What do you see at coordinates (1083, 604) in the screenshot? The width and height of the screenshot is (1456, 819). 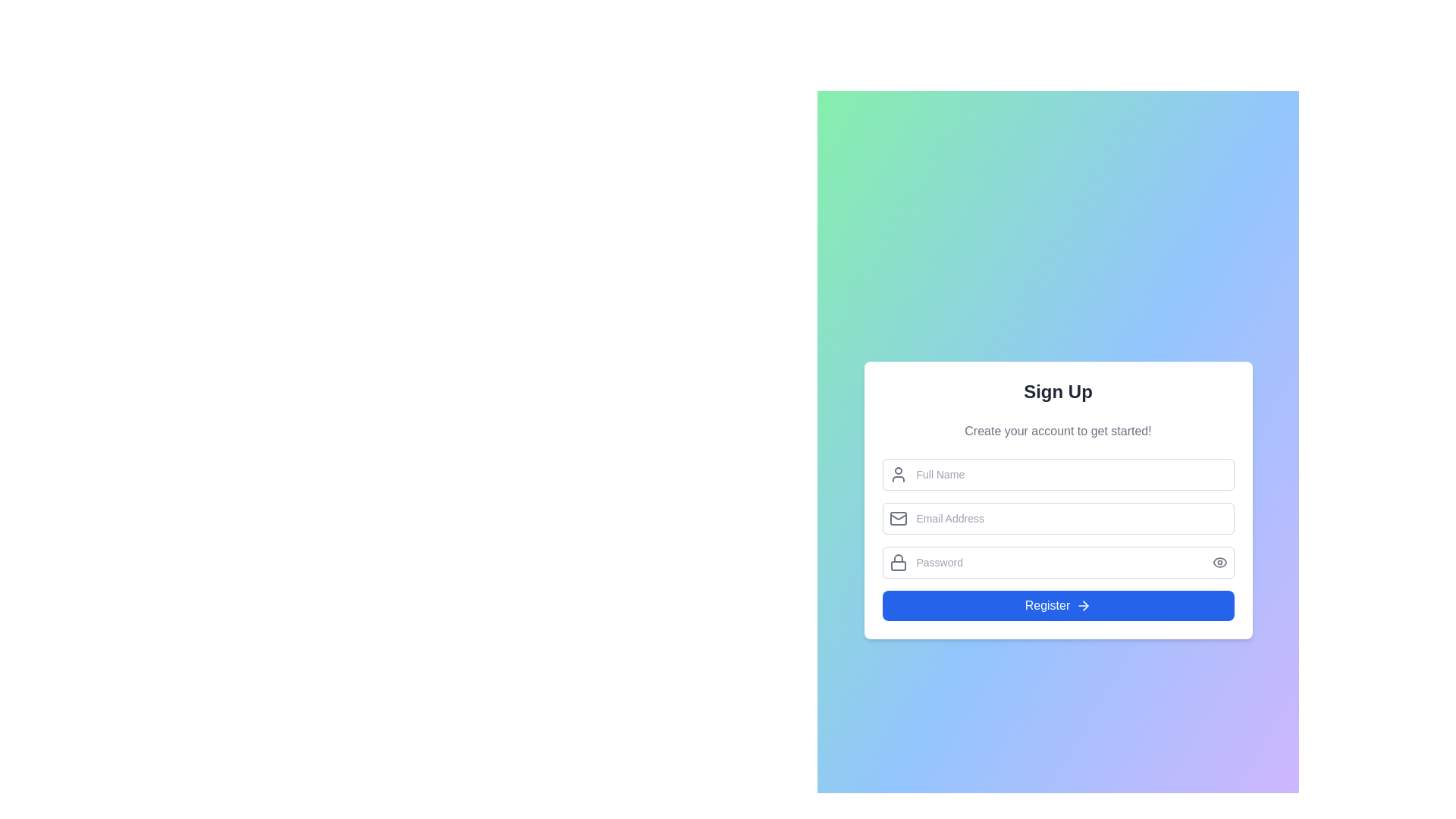 I see `the arrow icon located at the far-right side of the 'Register' button, which signifies the action of proceeding or submitting` at bounding box center [1083, 604].